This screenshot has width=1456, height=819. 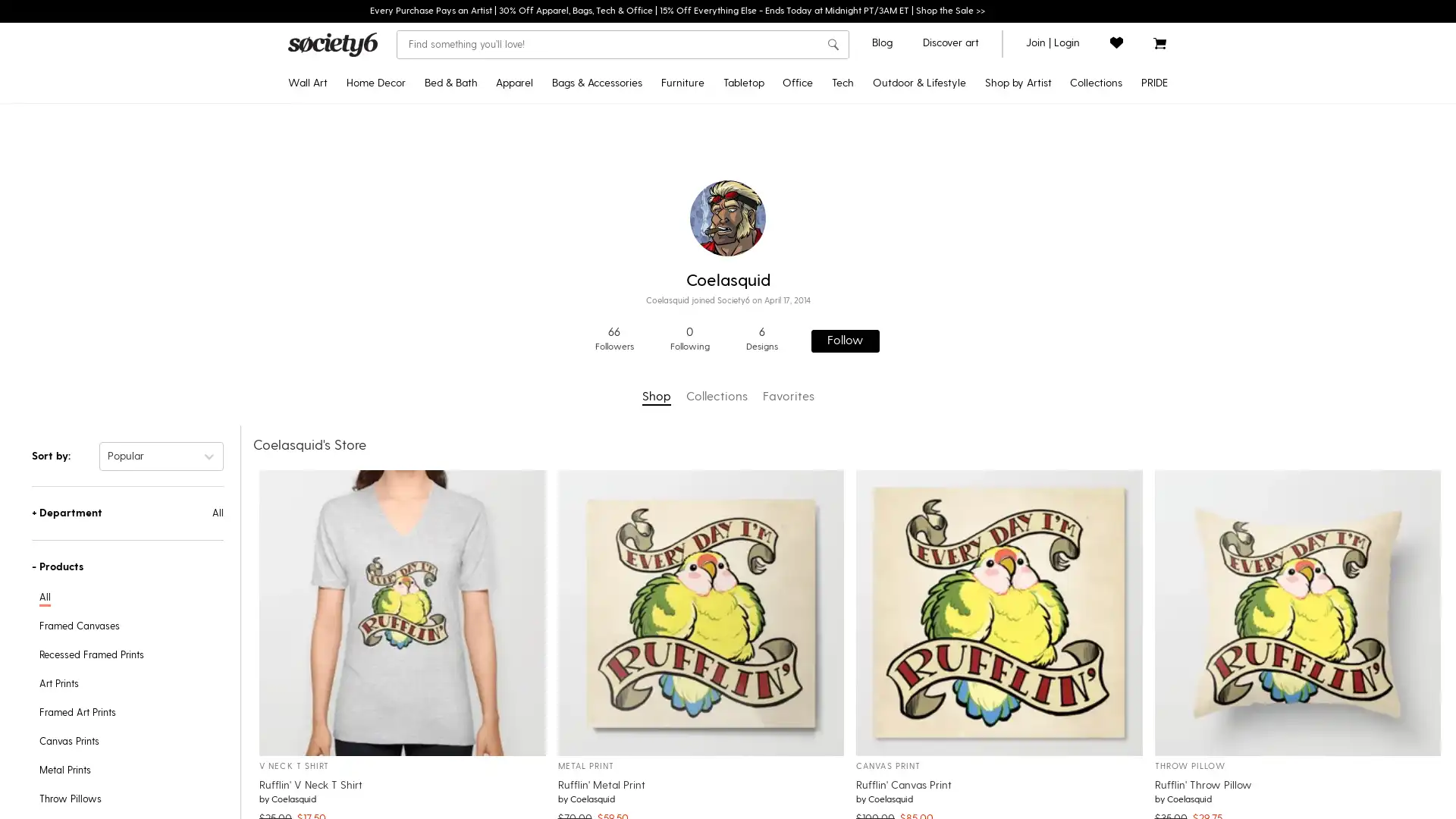 What do you see at coordinates (607, 121) in the screenshot?
I see `Tote Bags` at bounding box center [607, 121].